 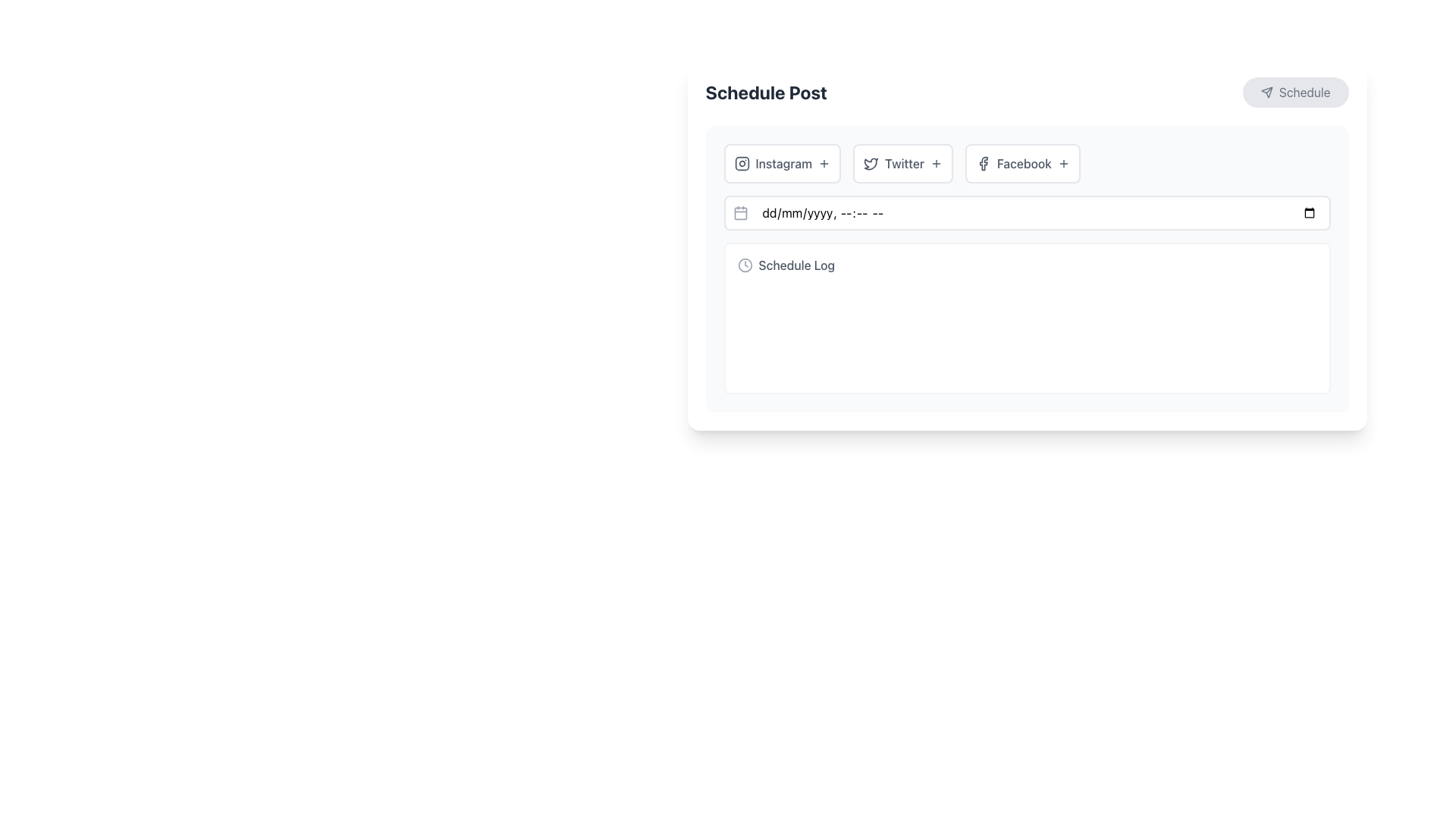 What do you see at coordinates (983, 164) in the screenshot?
I see `the Facebook icon button, which is a small stylized 'F' icon located in the center-top of the interface, specifically positioned third in a row of social media buttons` at bounding box center [983, 164].